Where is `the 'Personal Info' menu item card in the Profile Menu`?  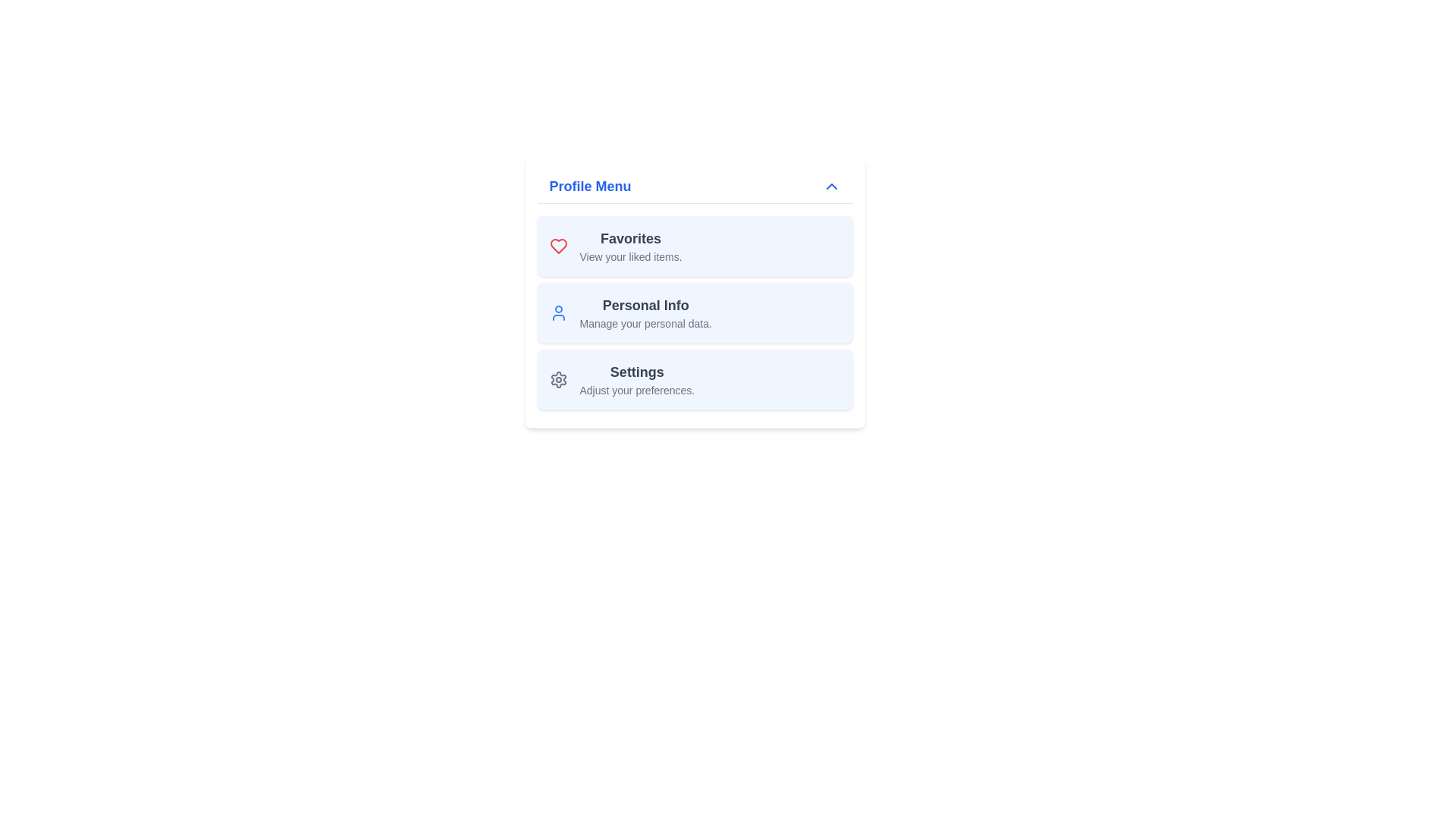
the 'Personal Info' menu item card in the Profile Menu is located at coordinates (694, 312).